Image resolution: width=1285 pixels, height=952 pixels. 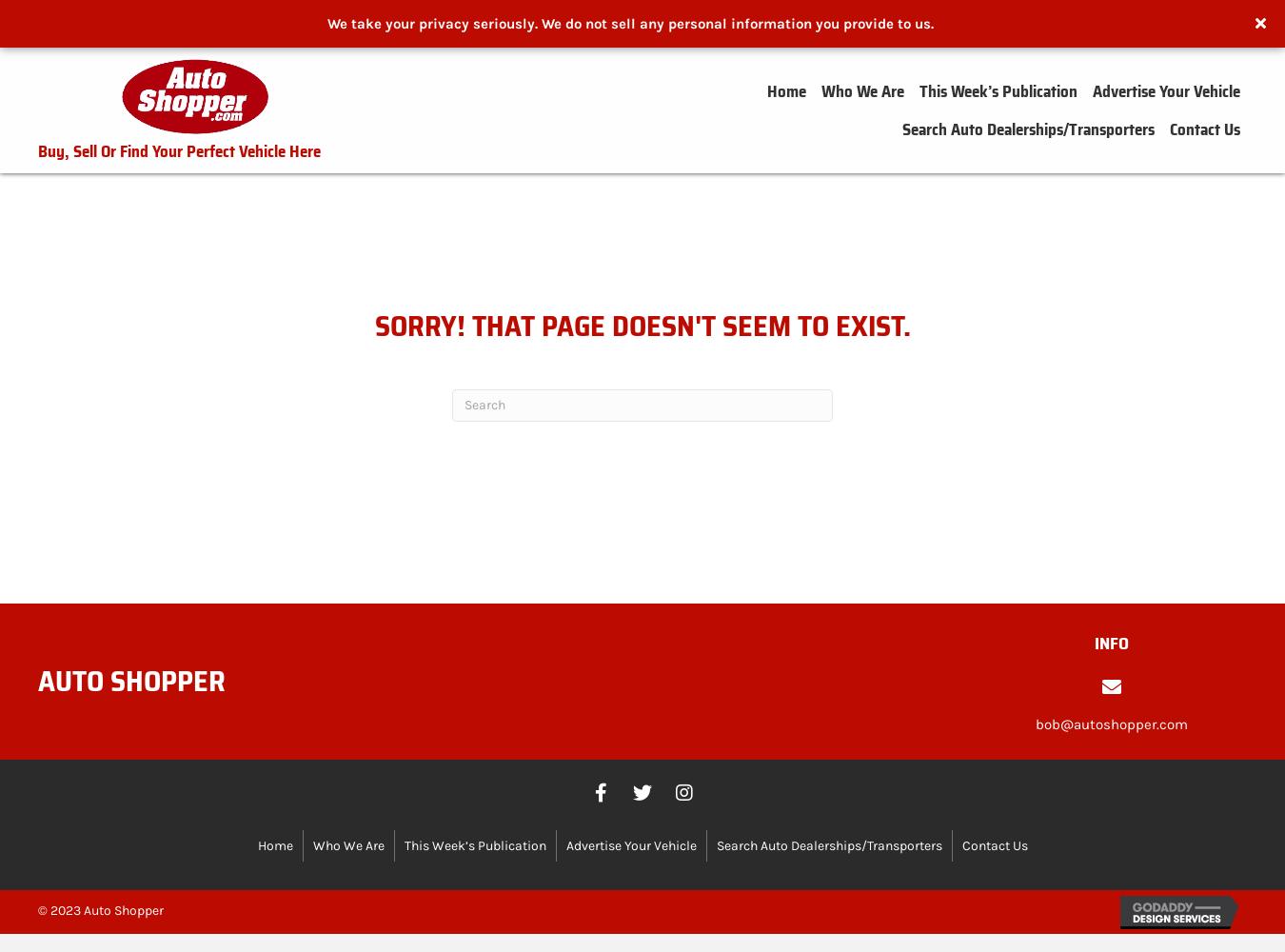 What do you see at coordinates (99, 908) in the screenshot?
I see `'© 2023 Auto Shopper'` at bounding box center [99, 908].